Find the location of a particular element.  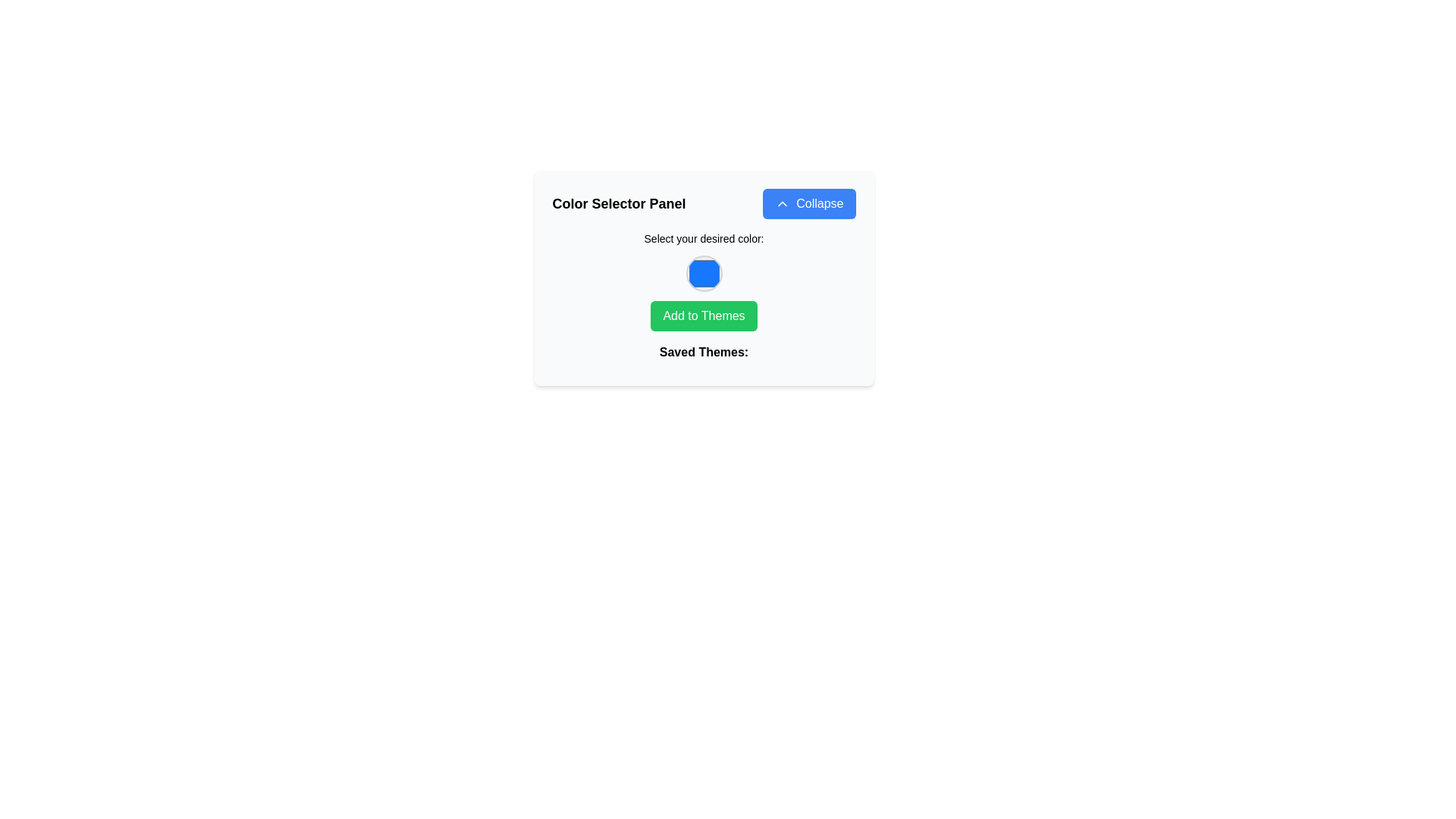

the color selection indicator located in the 'Color Selector Panel' below the label 'Select your desired color:' and above the 'Add to Themes' button is located at coordinates (703, 299).